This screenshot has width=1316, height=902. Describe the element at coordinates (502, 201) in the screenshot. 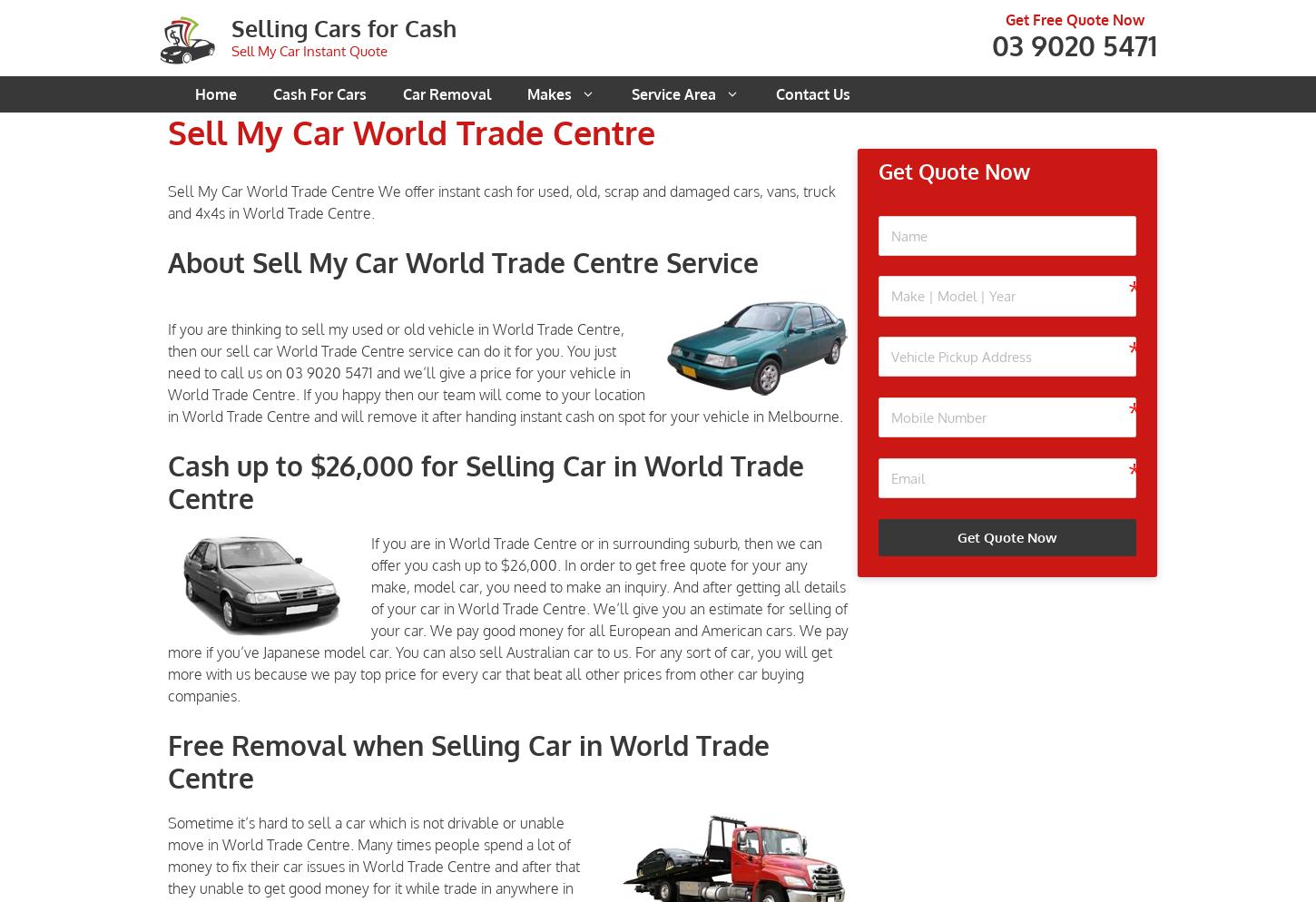

I see `'Sell My Car World Trade Centre We offer instant cash for used, old, scrap and damaged cars, vans, truck and 4x4s in World Trade Centre.'` at that location.